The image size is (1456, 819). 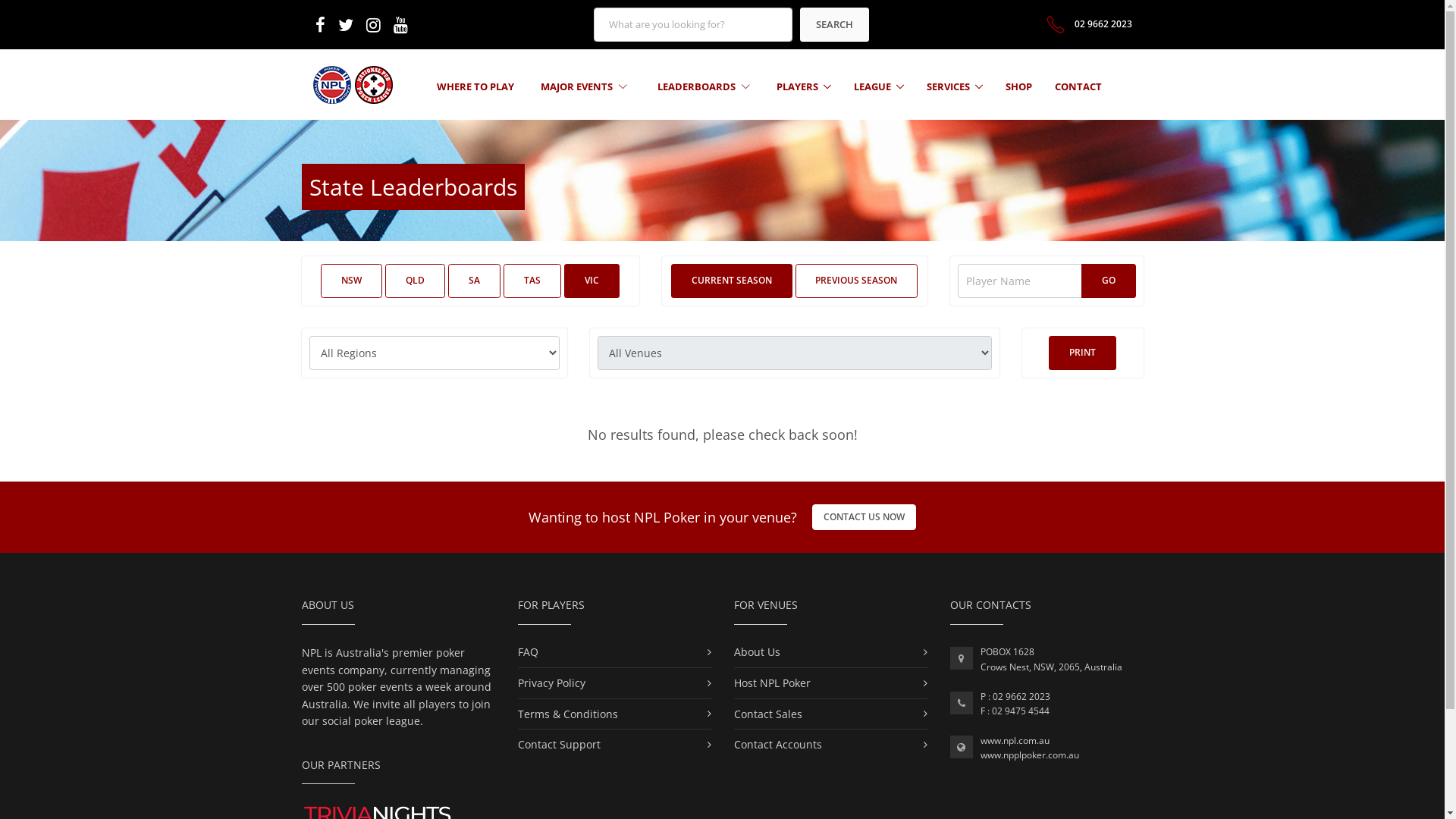 What do you see at coordinates (557, 743) in the screenshot?
I see `'Contact Support'` at bounding box center [557, 743].